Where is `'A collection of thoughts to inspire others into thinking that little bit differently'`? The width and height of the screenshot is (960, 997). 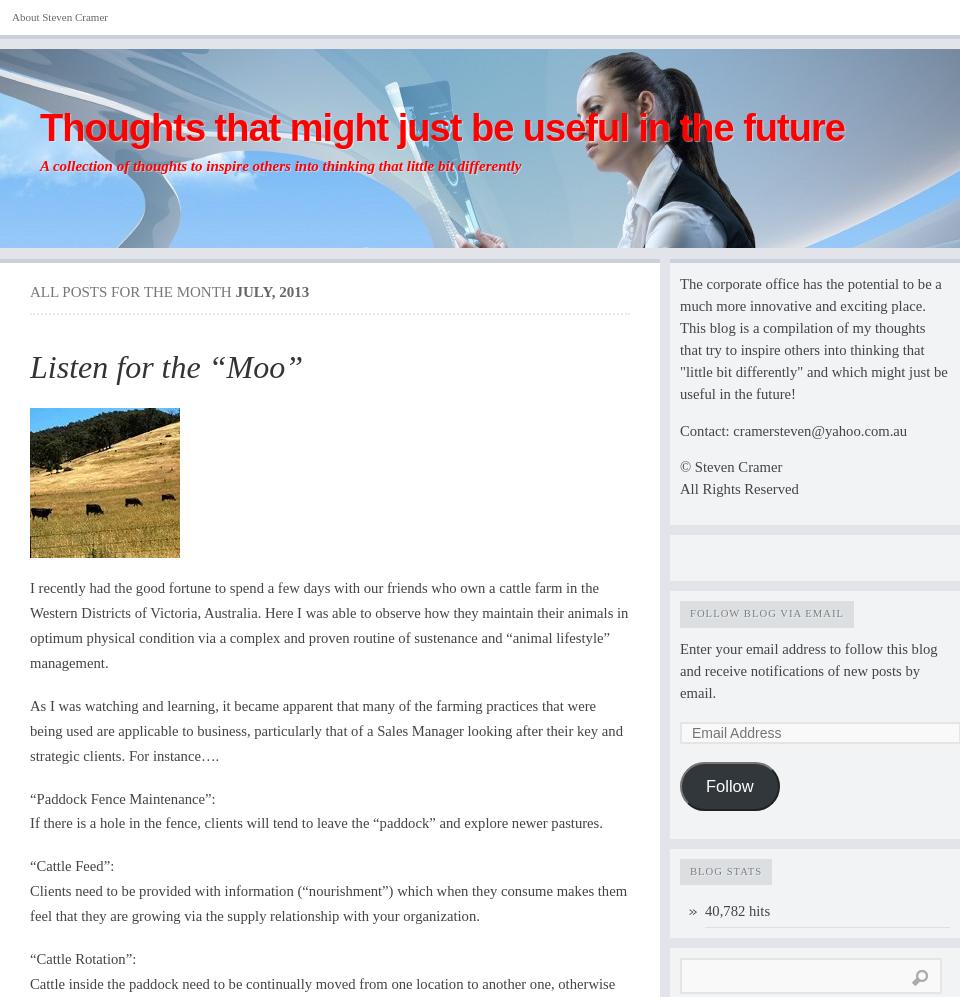
'A collection of thoughts to inspire others into thinking that little bit differently' is located at coordinates (279, 165).